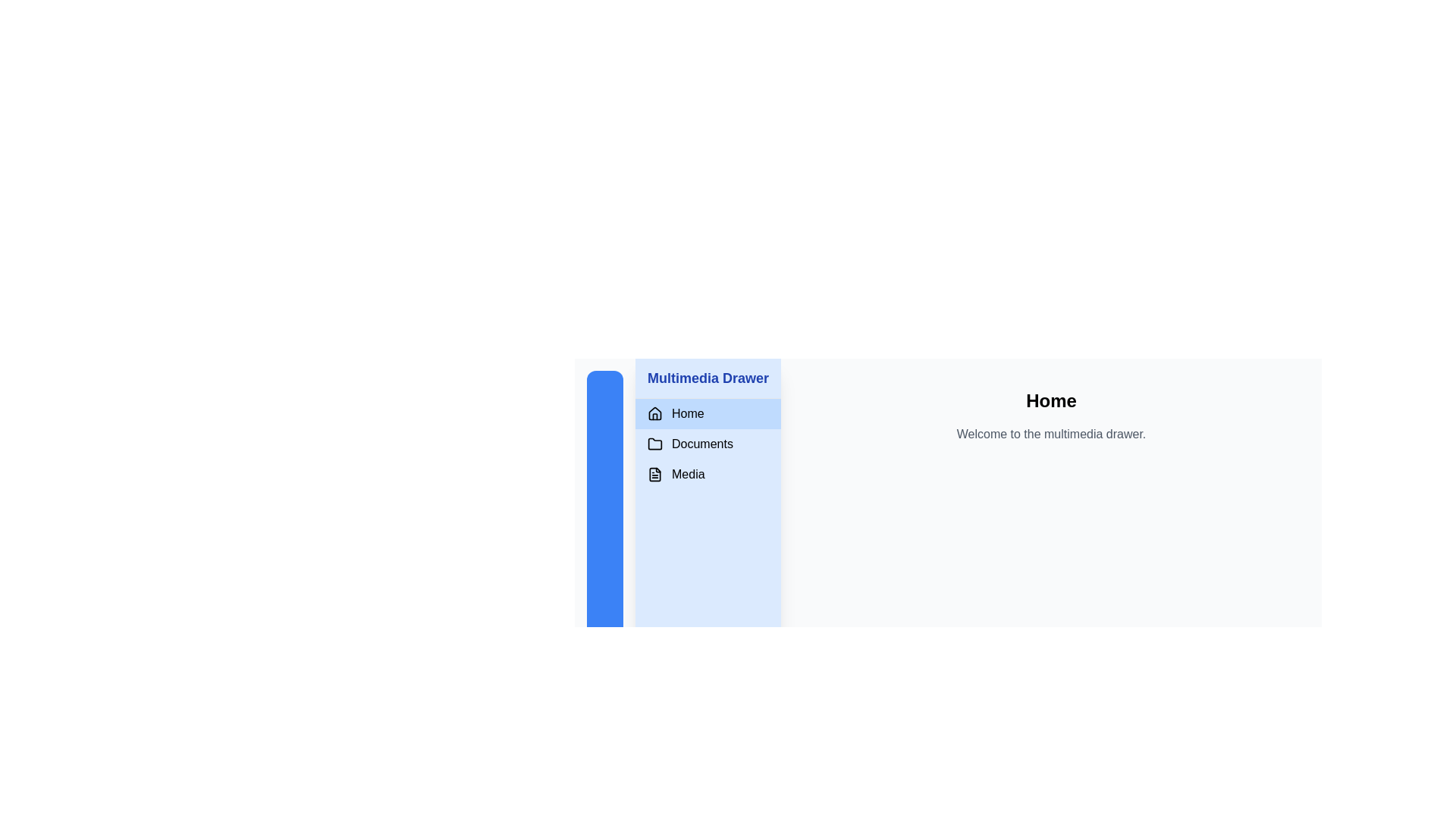 This screenshot has width=1456, height=819. I want to click on the vector graphic house icon located in the 'Multimedia Drawer' menu, so click(655, 413).